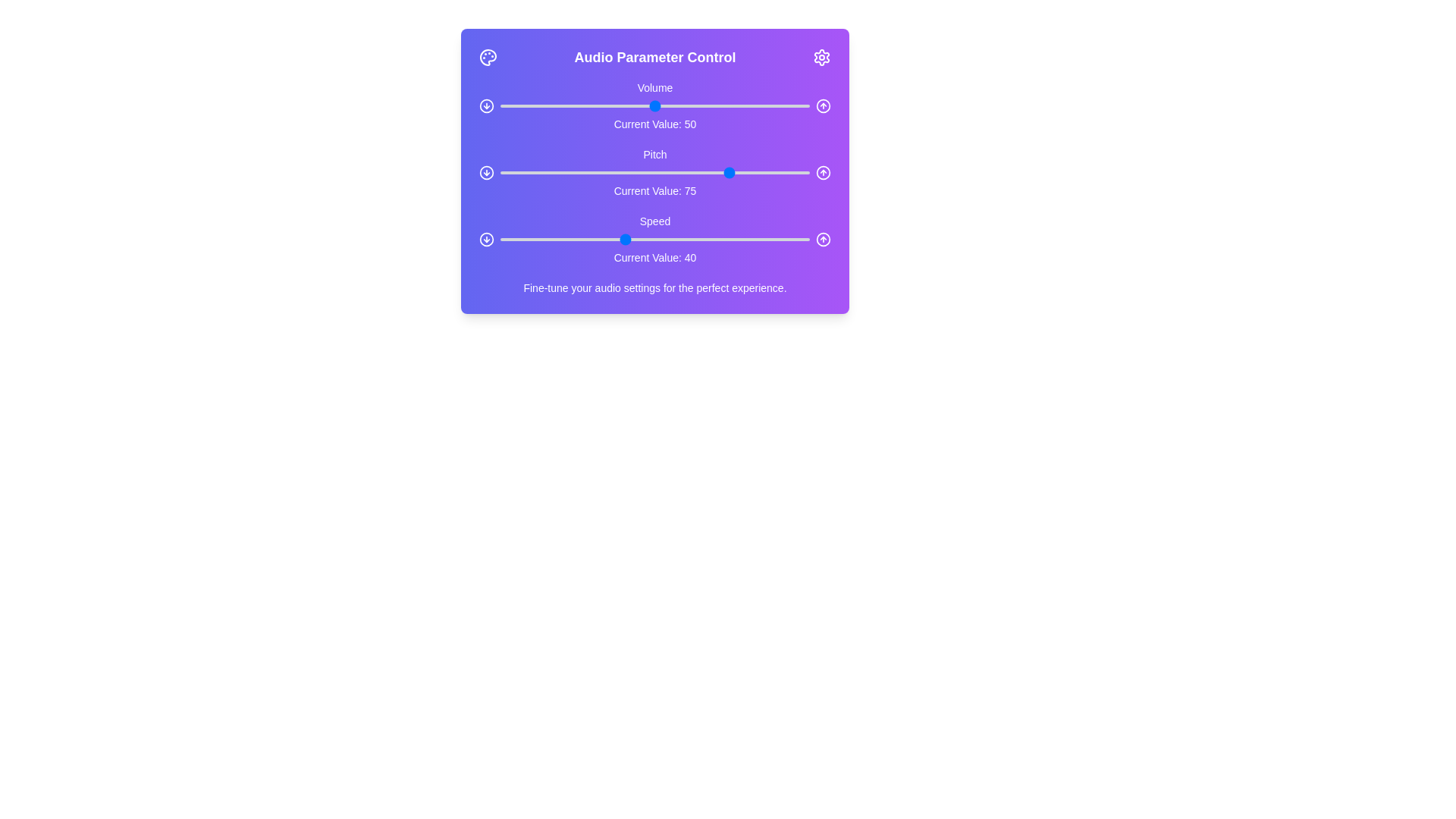 Image resolution: width=1456 pixels, height=819 pixels. Describe the element at coordinates (488, 57) in the screenshot. I see `the palette icon in the header` at that location.